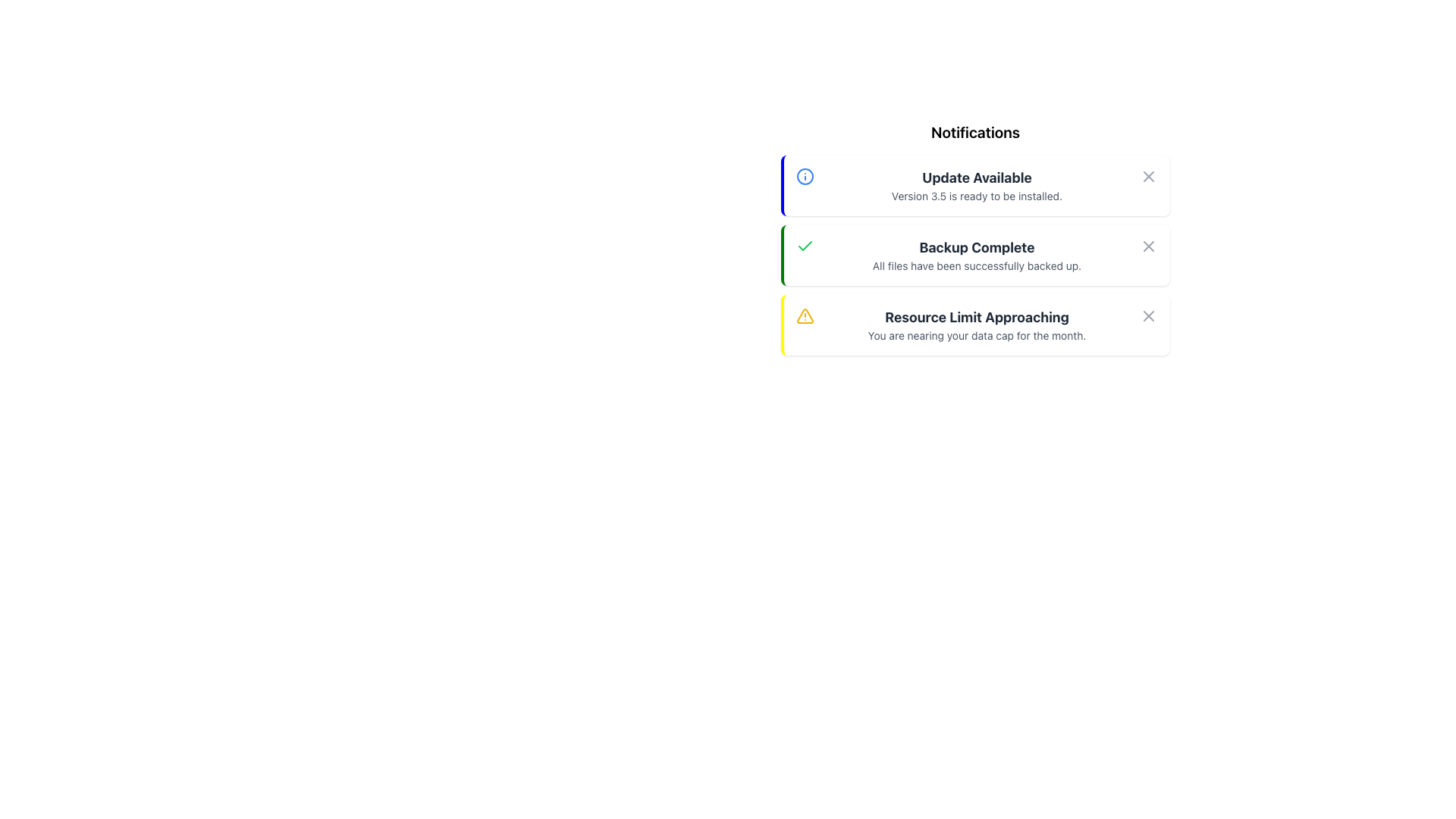 The height and width of the screenshot is (819, 1456). What do you see at coordinates (977, 185) in the screenshot?
I see `the informational message text block about the software update in the middle notification card` at bounding box center [977, 185].